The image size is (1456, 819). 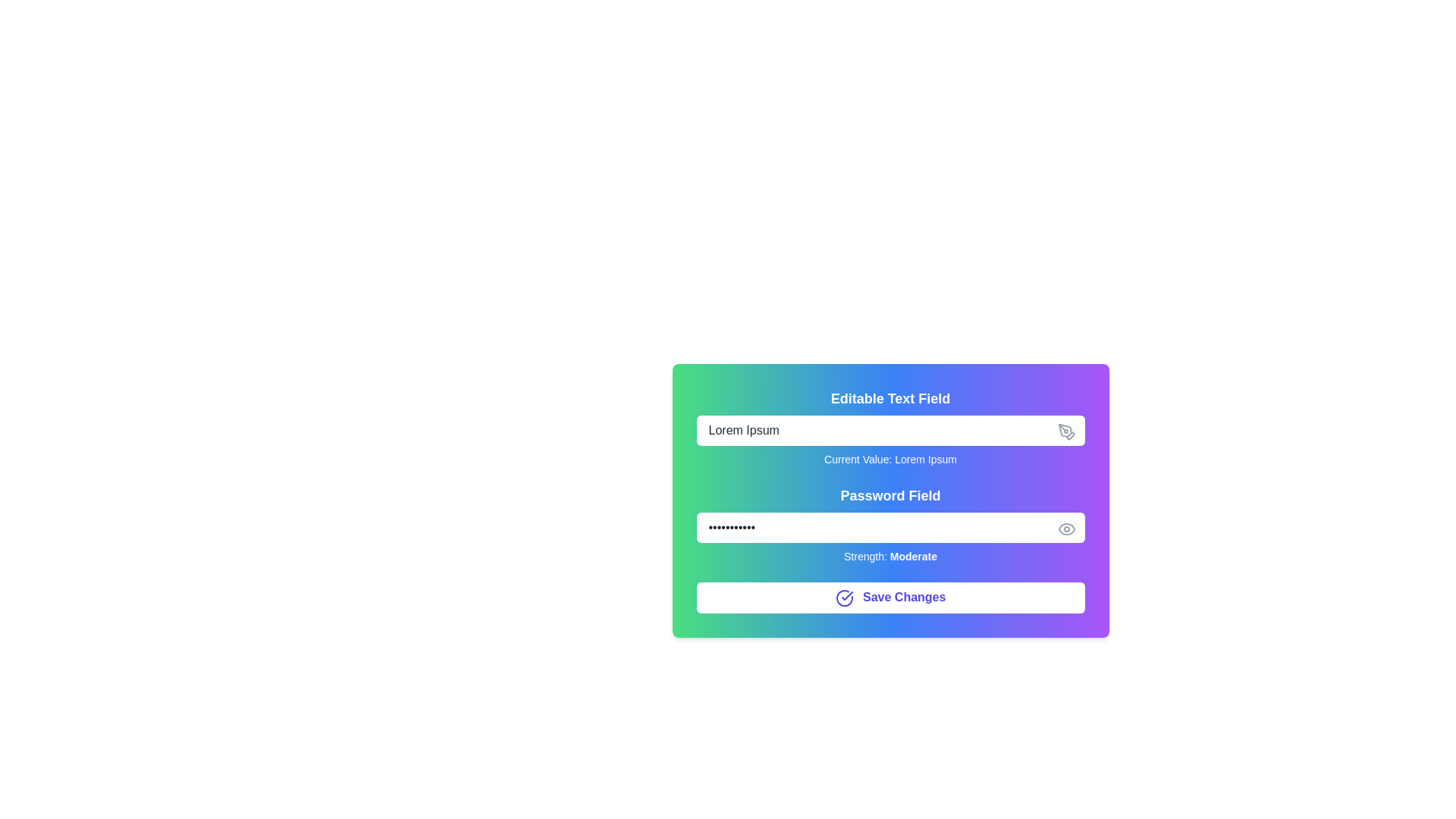 What do you see at coordinates (912, 556) in the screenshot?
I see `the informational text label indicating password strength, which displays 'Moderate', located to the right of the label 'Strength:'` at bounding box center [912, 556].